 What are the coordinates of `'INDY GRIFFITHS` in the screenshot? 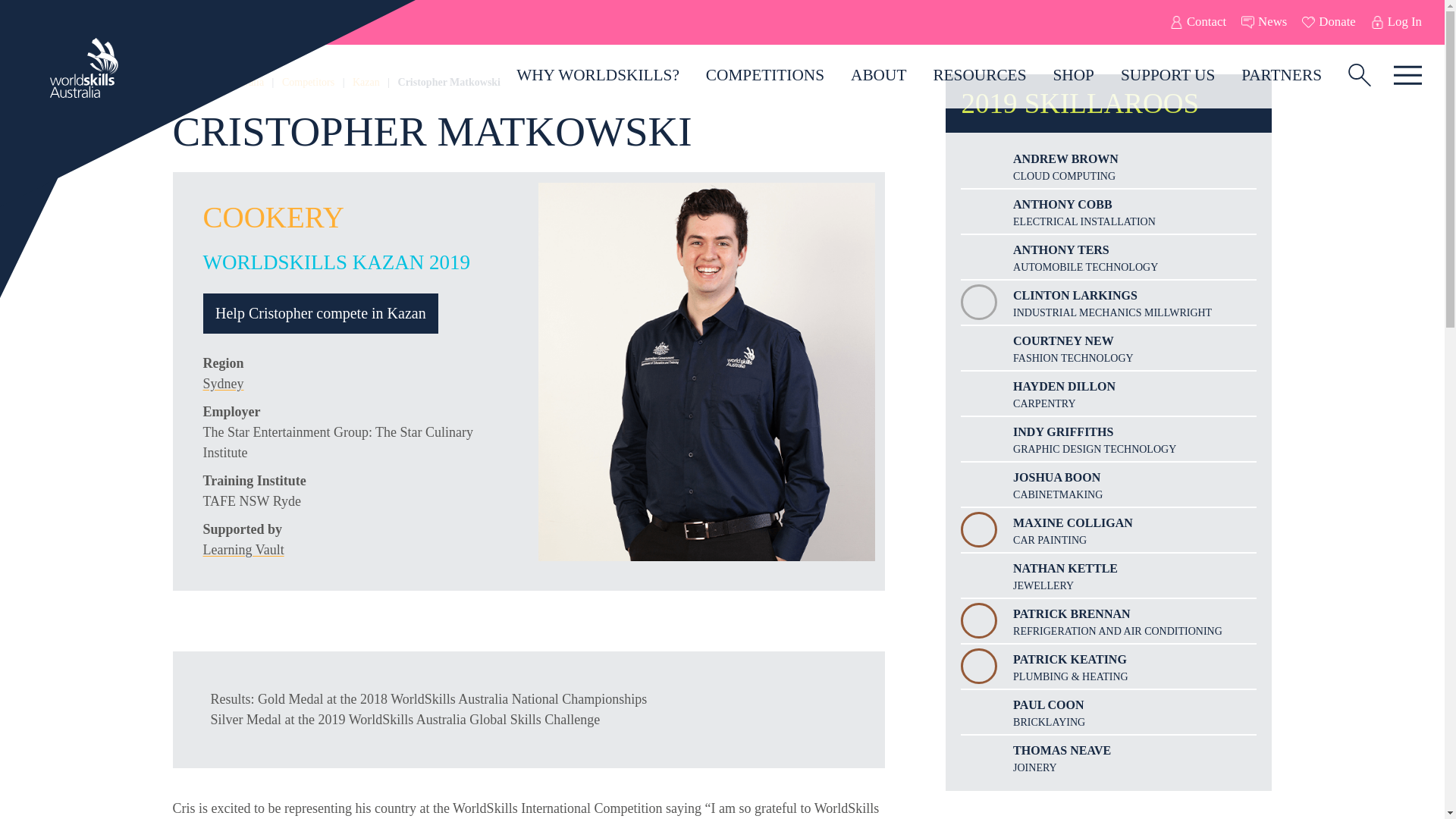 It's located at (1109, 438).